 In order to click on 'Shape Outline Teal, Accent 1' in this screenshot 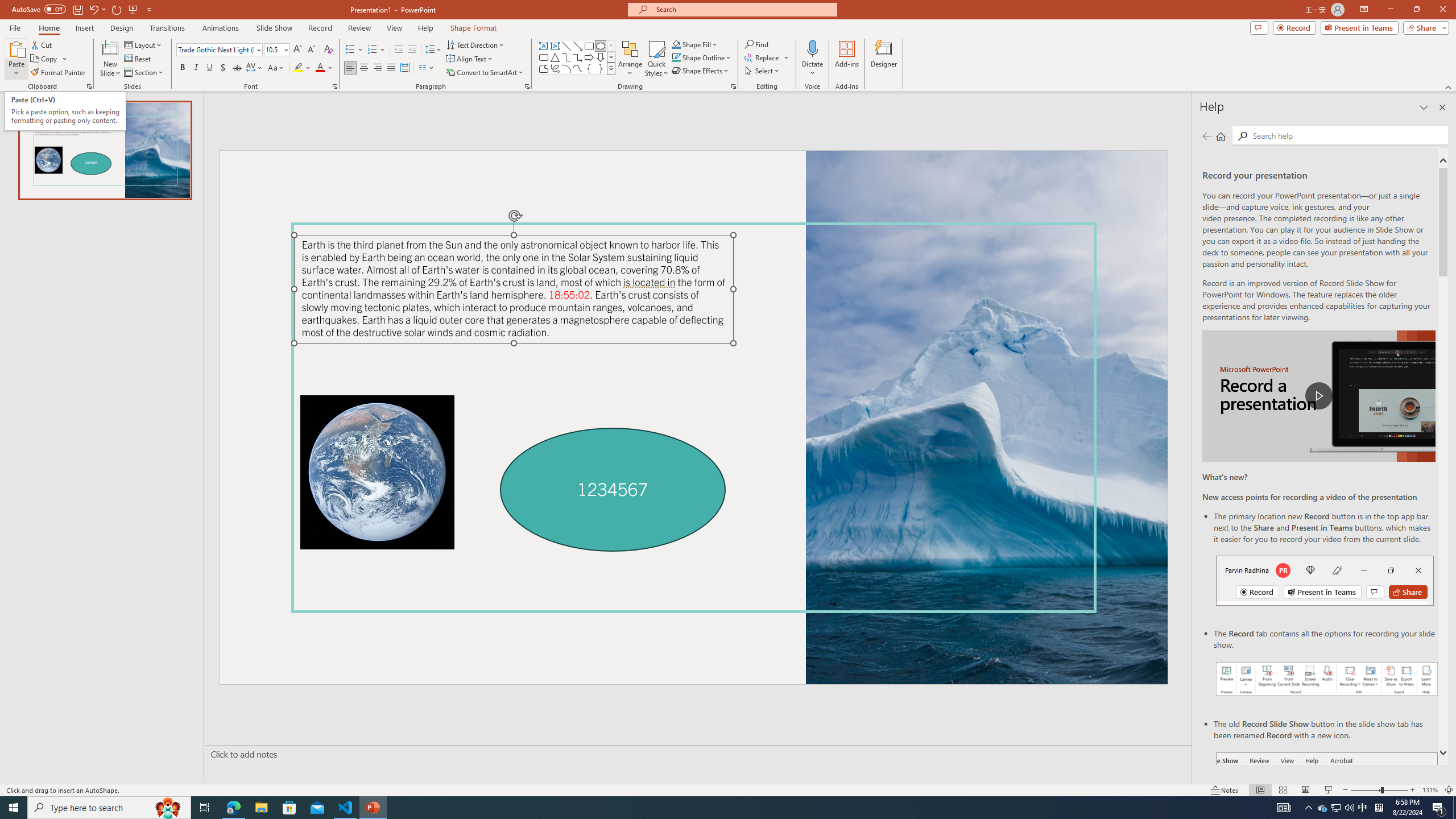, I will do `click(676, 56)`.